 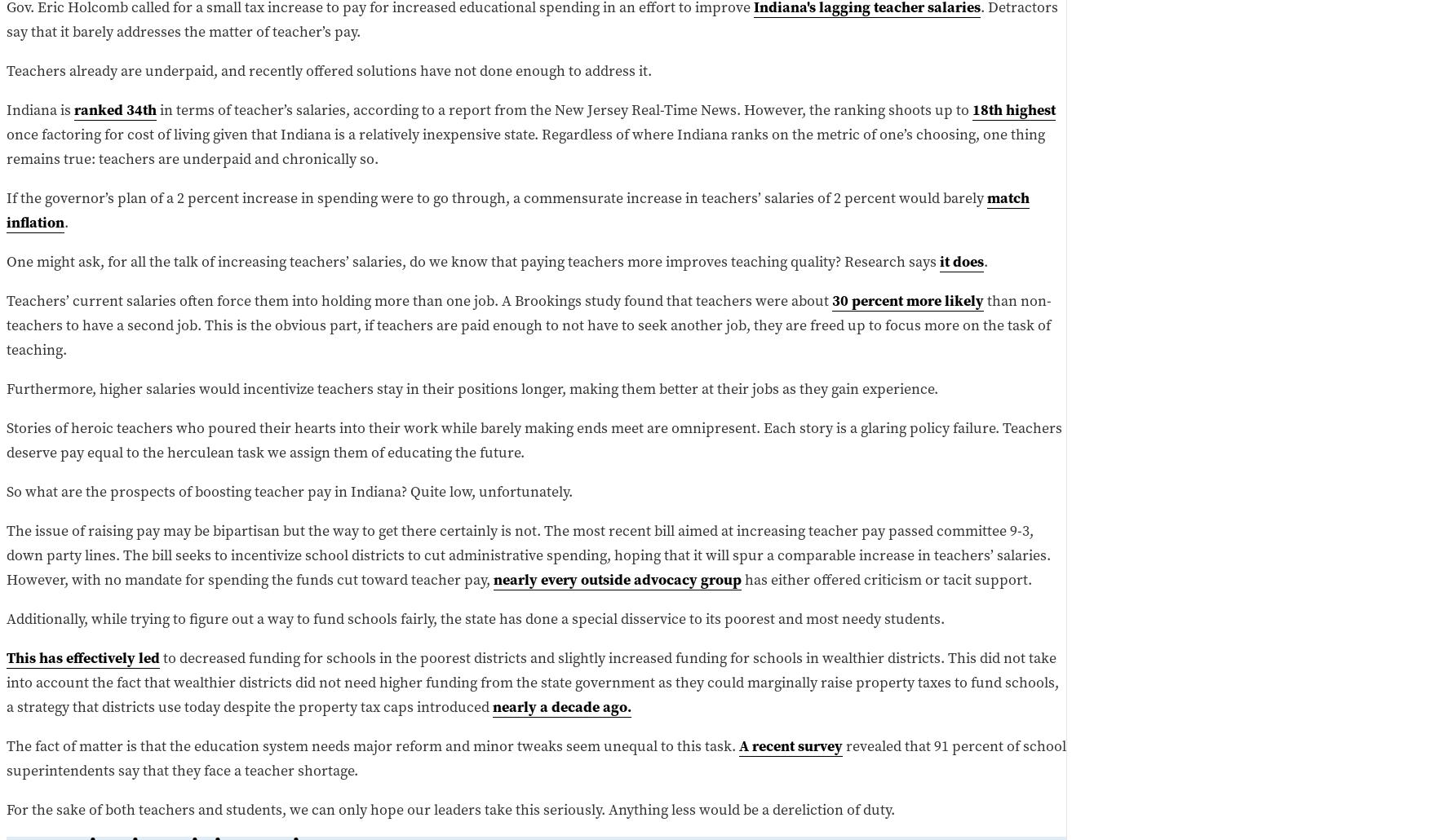 I want to click on 'If the governor’s plan of a 2 percent increase in spending were to go through, a commensurate increase in teachers’ salaries of 2 percent would barely', so click(x=496, y=197).